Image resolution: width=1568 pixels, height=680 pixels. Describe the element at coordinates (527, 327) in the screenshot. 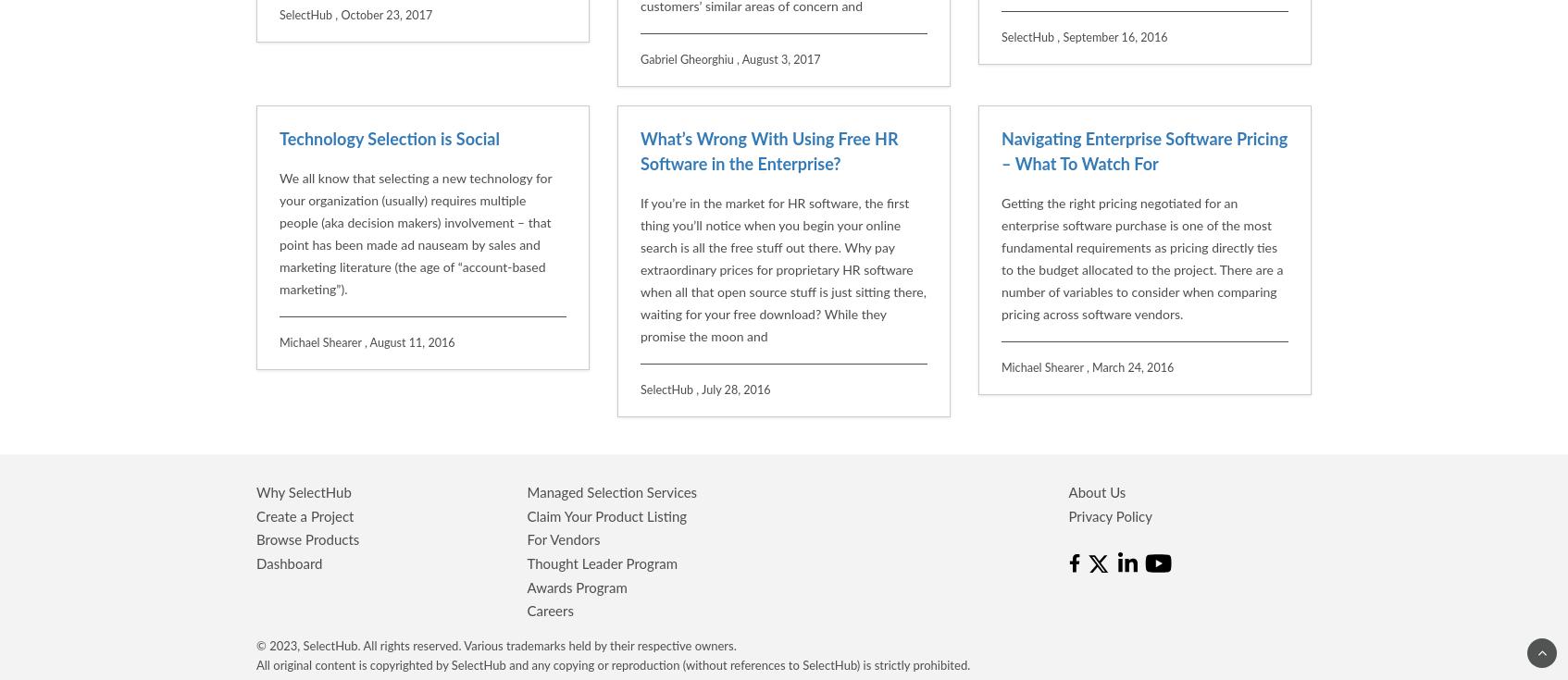

I see `'Claim Your Product Listing'` at that location.